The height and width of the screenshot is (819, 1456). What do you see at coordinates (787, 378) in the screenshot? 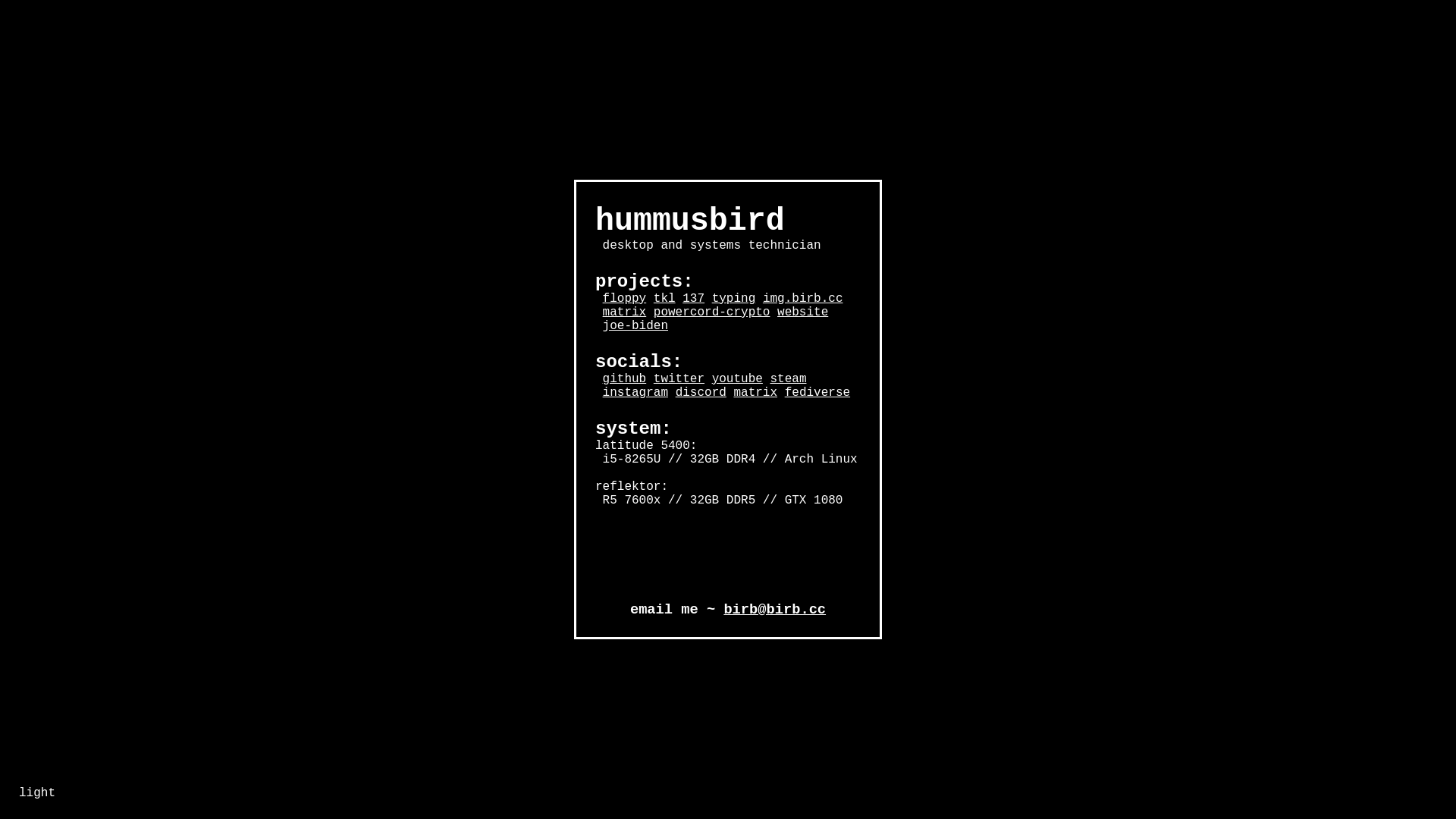
I see `'steam'` at bounding box center [787, 378].